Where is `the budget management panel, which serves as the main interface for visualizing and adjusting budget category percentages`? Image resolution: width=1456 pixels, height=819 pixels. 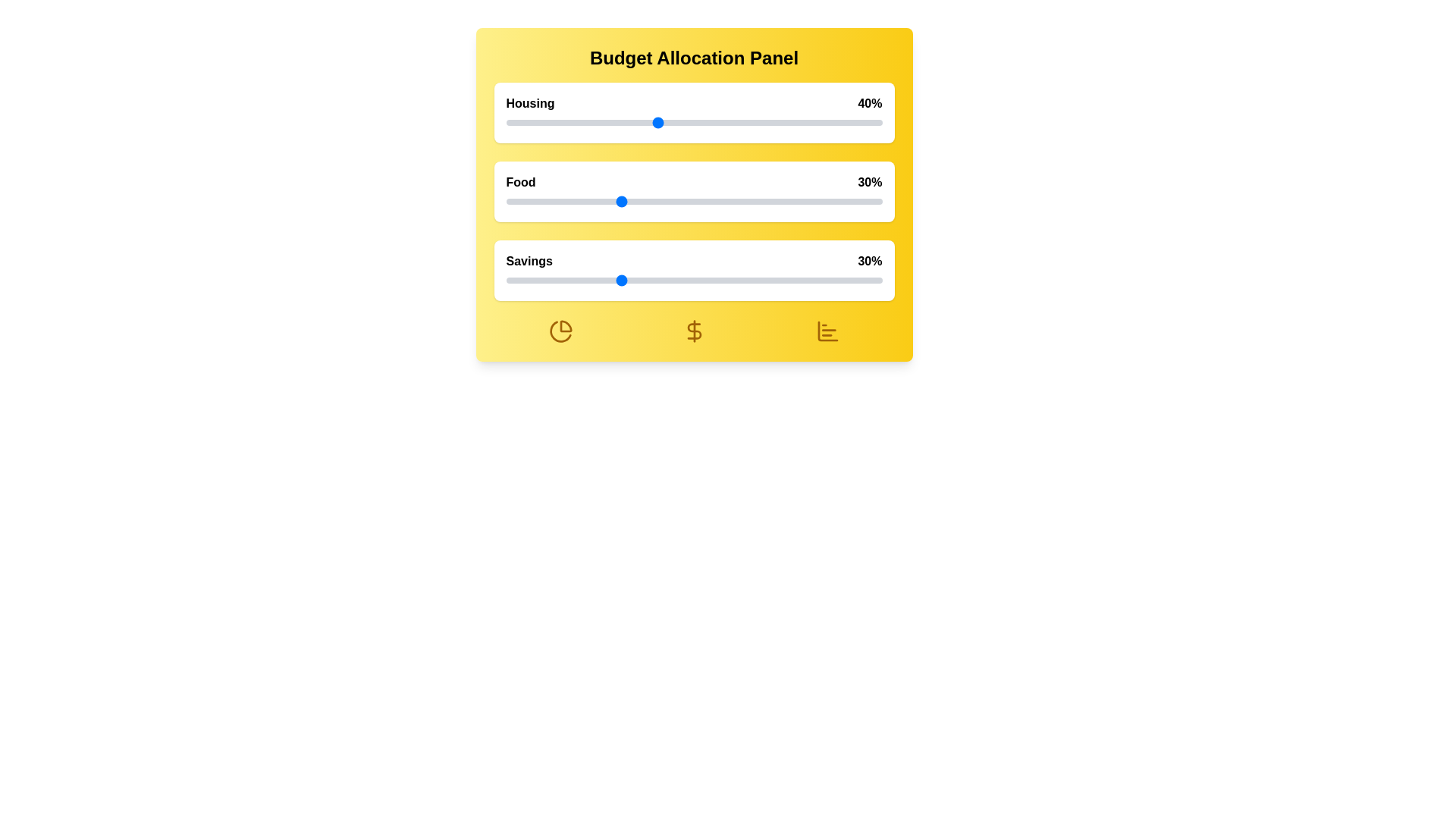
the budget management panel, which serves as the main interface for visualizing and adjusting budget category percentages is located at coordinates (693, 194).